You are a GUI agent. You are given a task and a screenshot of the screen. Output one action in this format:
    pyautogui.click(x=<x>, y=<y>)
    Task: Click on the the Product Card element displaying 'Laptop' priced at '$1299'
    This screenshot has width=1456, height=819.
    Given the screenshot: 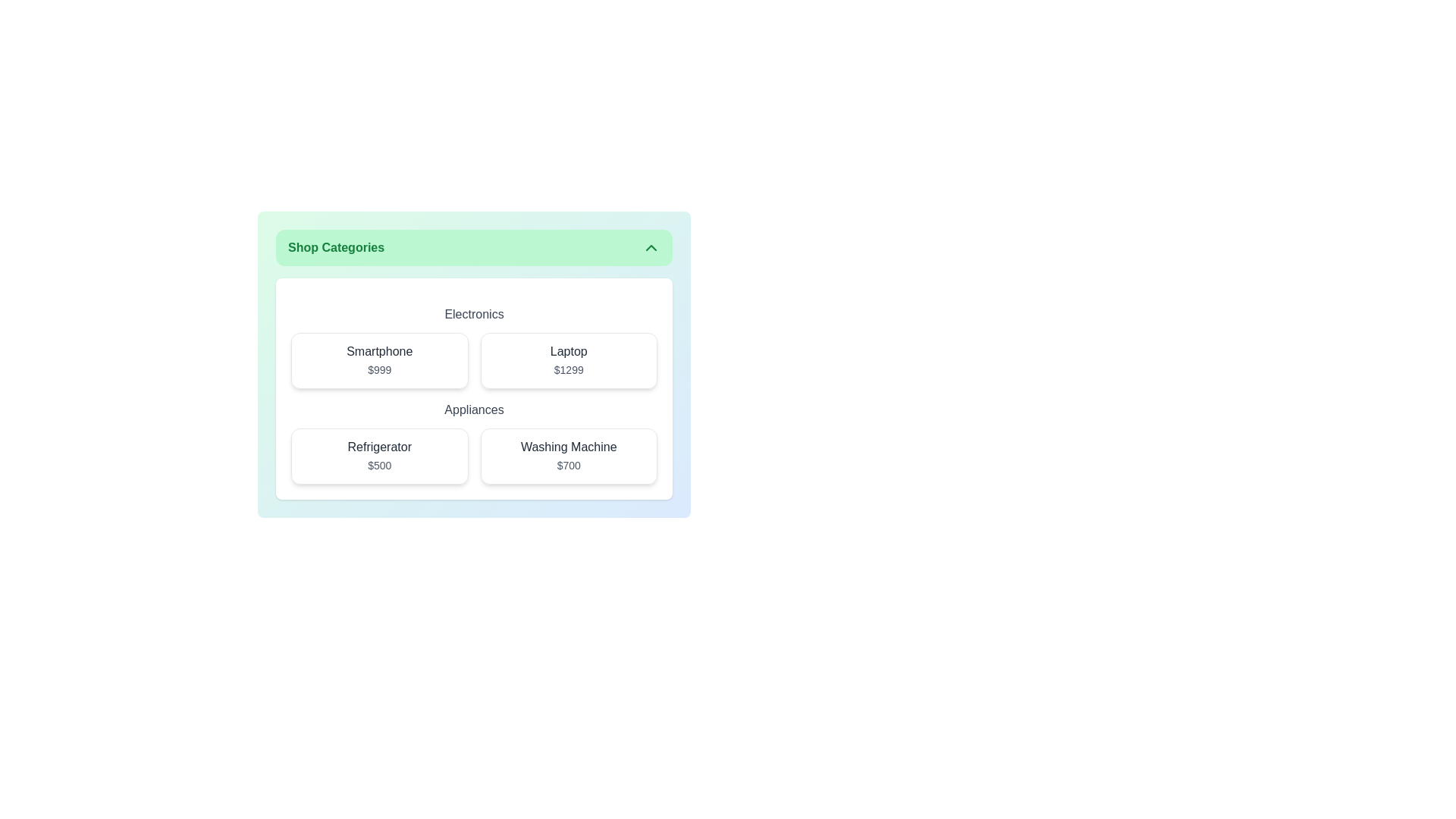 What is the action you would take?
    pyautogui.click(x=568, y=360)
    